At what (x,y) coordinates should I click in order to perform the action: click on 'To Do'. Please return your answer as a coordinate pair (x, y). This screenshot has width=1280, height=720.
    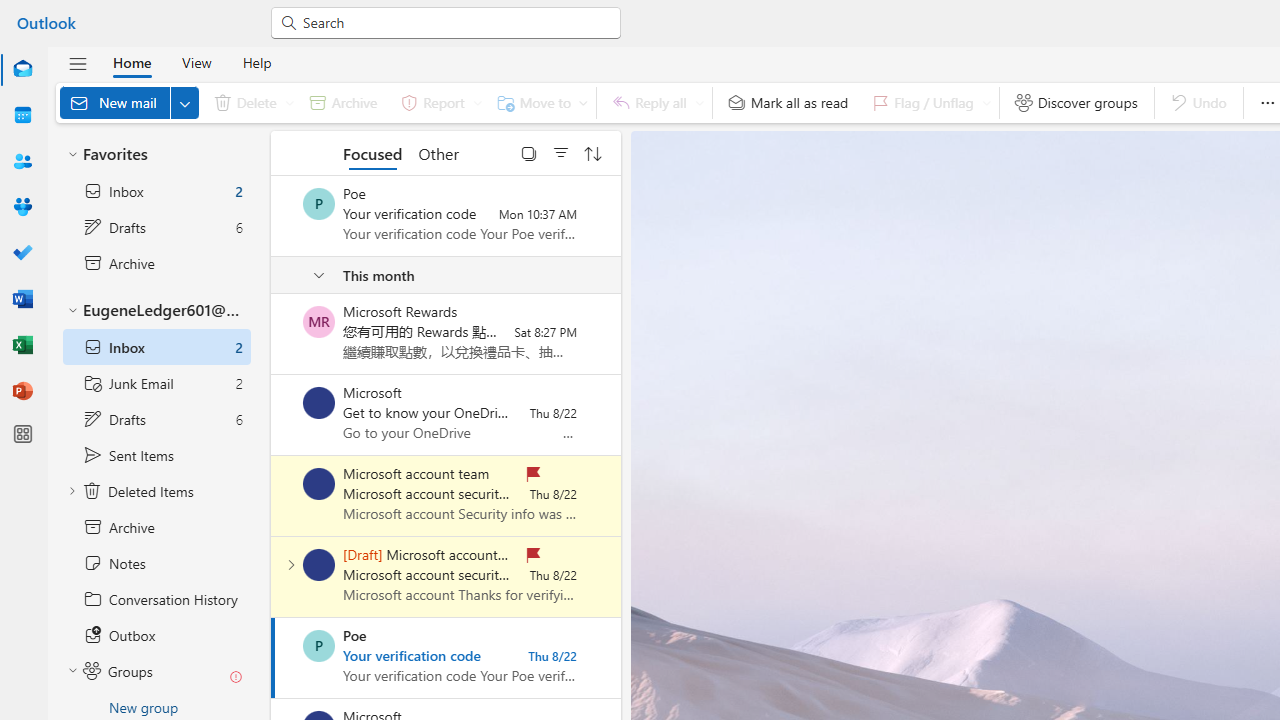
    Looking at the image, I should click on (23, 253).